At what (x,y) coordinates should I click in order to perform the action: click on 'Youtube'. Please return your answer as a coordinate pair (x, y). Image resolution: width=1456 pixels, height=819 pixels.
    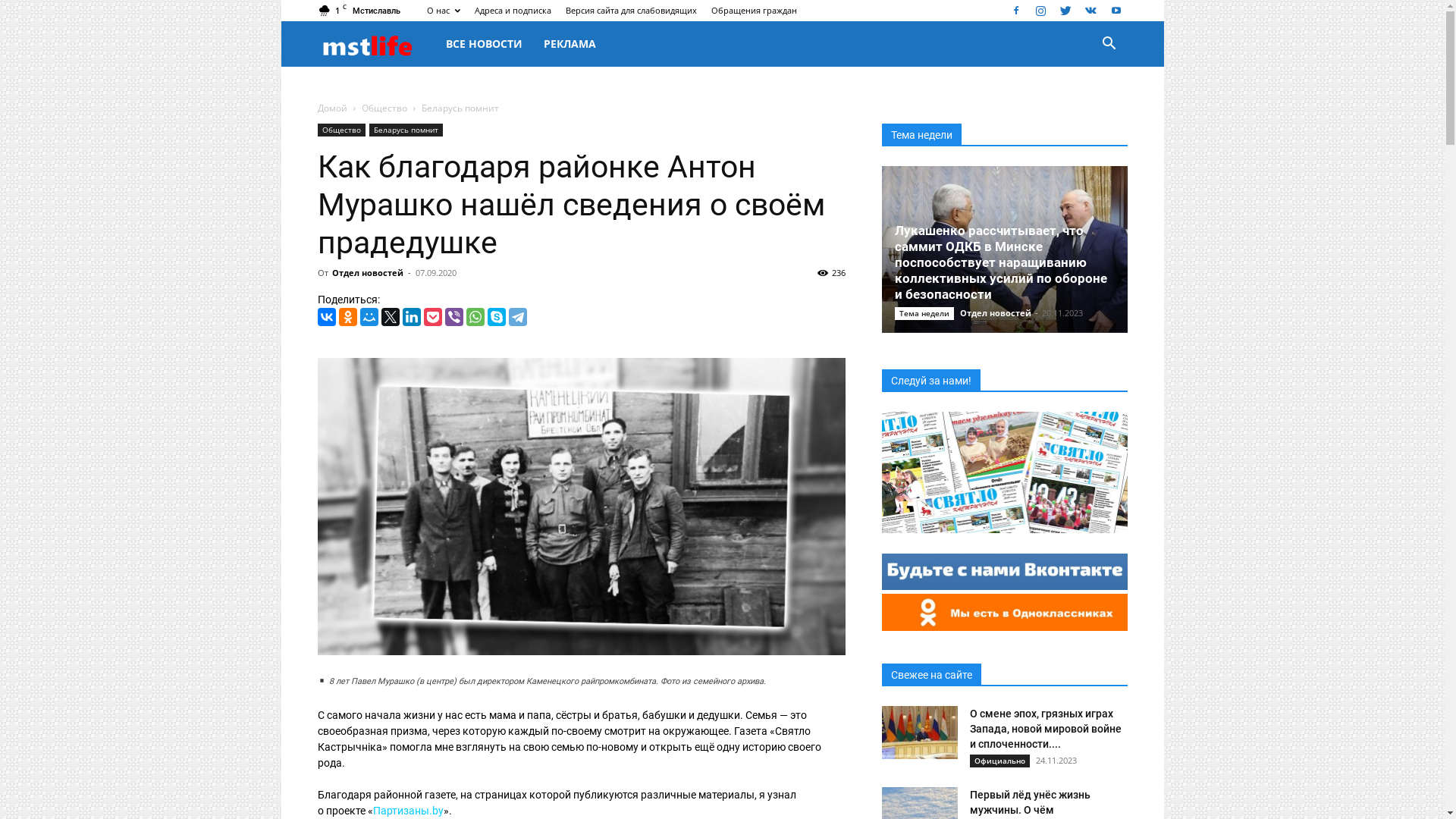
    Looking at the image, I should click on (1115, 11).